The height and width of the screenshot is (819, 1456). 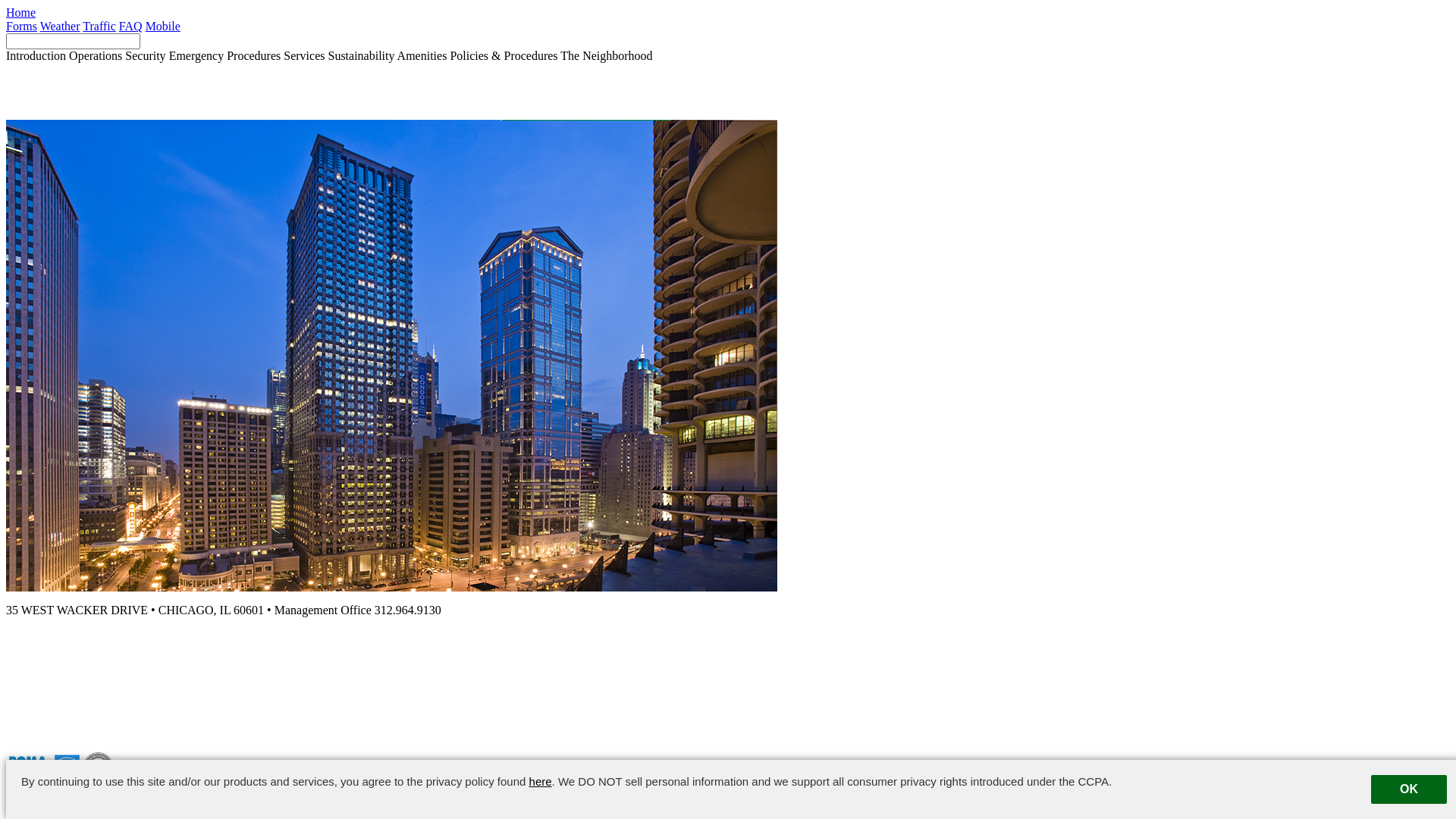 What do you see at coordinates (948, 795) in the screenshot?
I see `'Suggestion Box'` at bounding box center [948, 795].